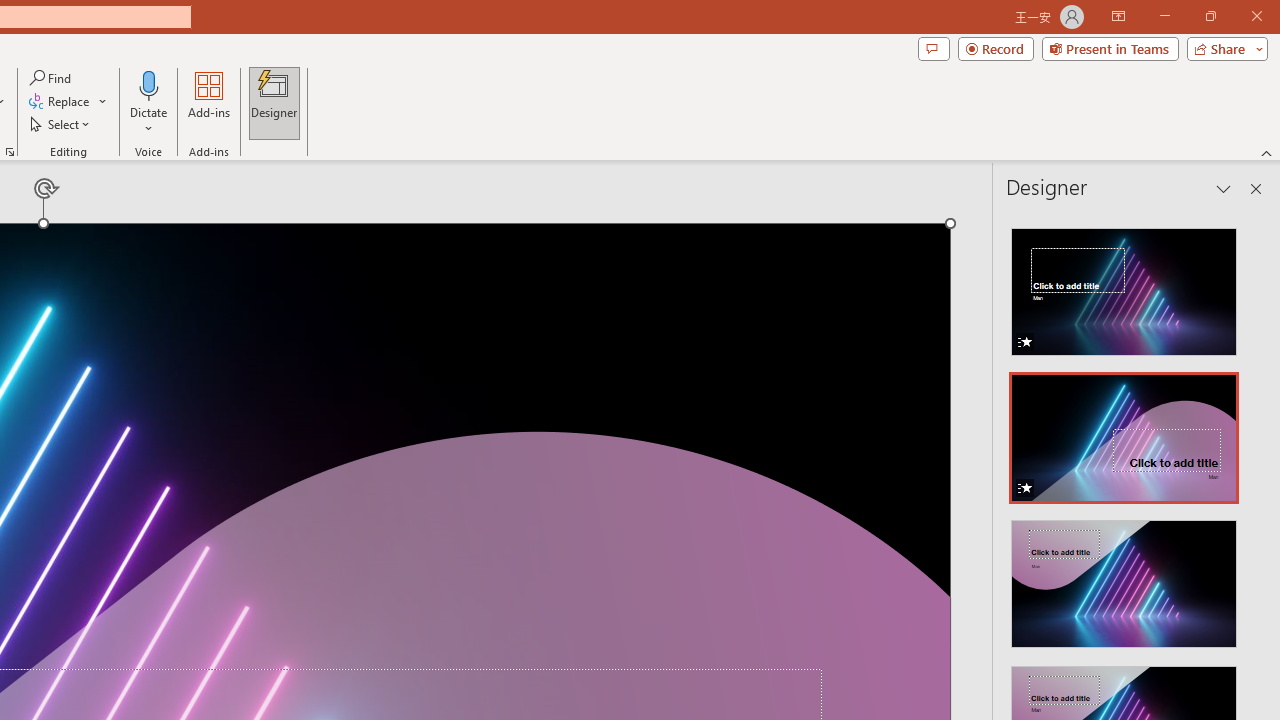 Image resolution: width=1280 pixels, height=720 pixels. Describe the element at coordinates (1124, 431) in the screenshot. I see `'Design Idea with Animation'` at that location.